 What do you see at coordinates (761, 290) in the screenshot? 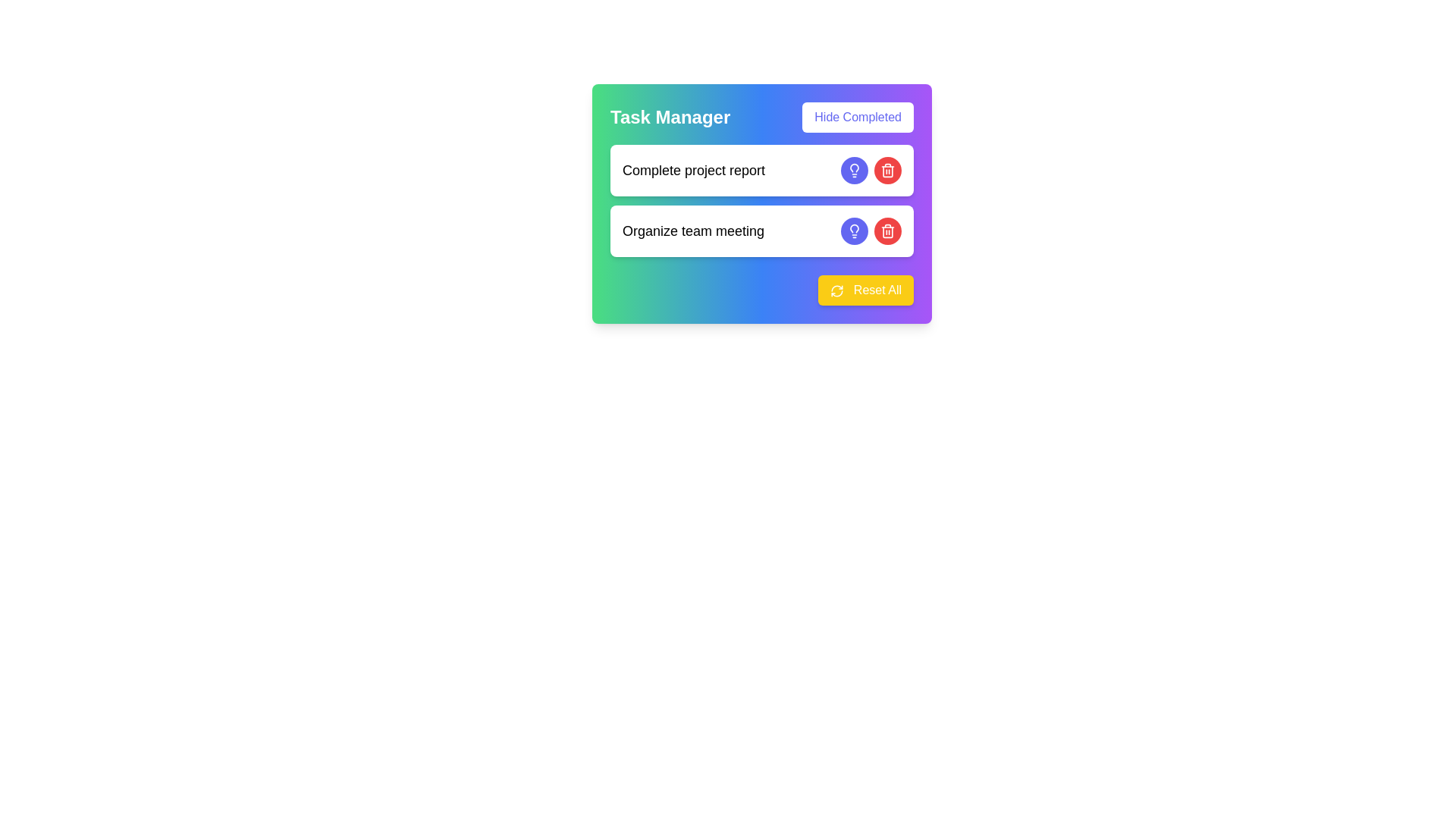
I see `the reset button located at the bottom right corner of the task manager interface` at bounding box center [761, 290].